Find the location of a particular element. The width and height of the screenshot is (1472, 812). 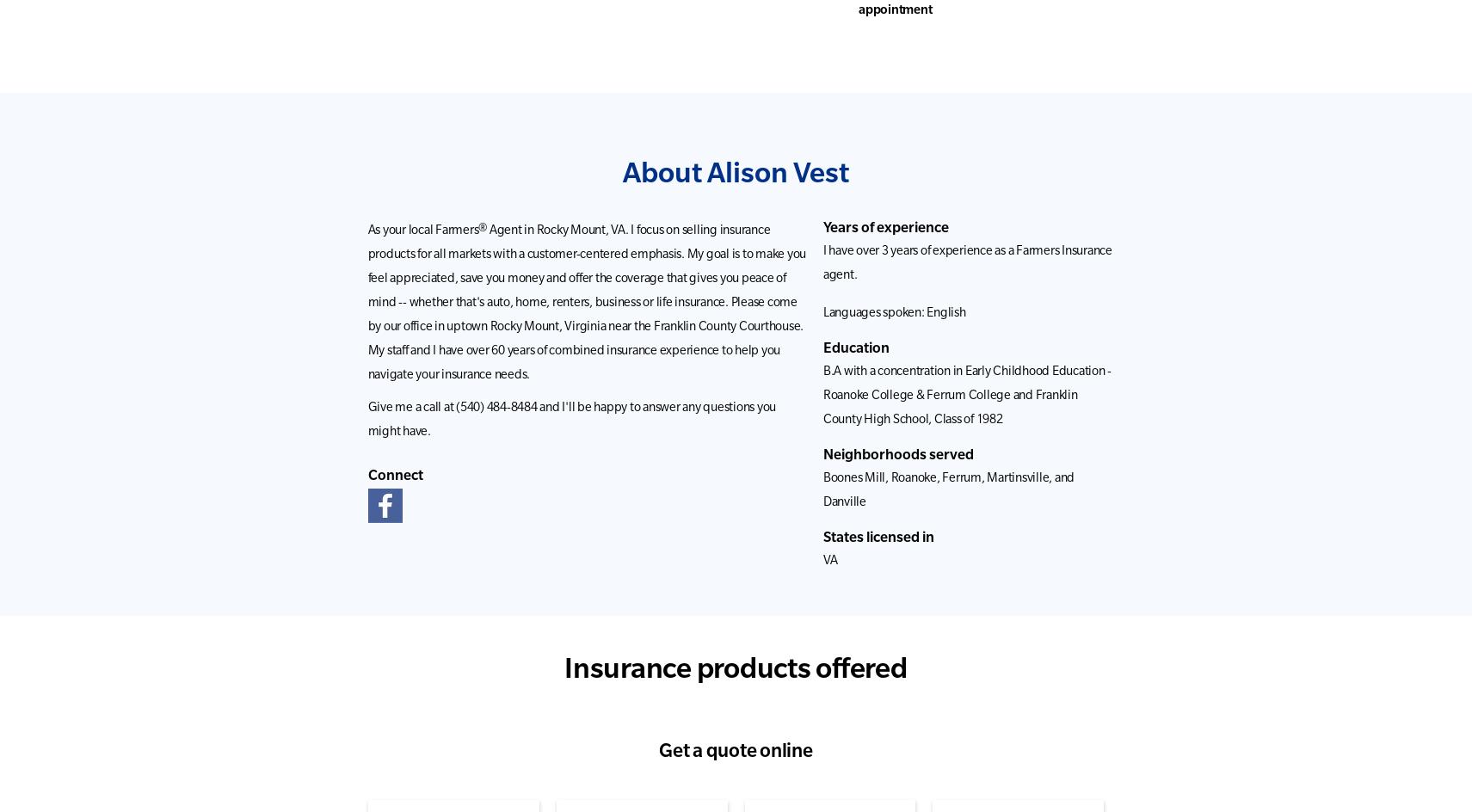

'© 2023' is located at coordinates (714, 767).